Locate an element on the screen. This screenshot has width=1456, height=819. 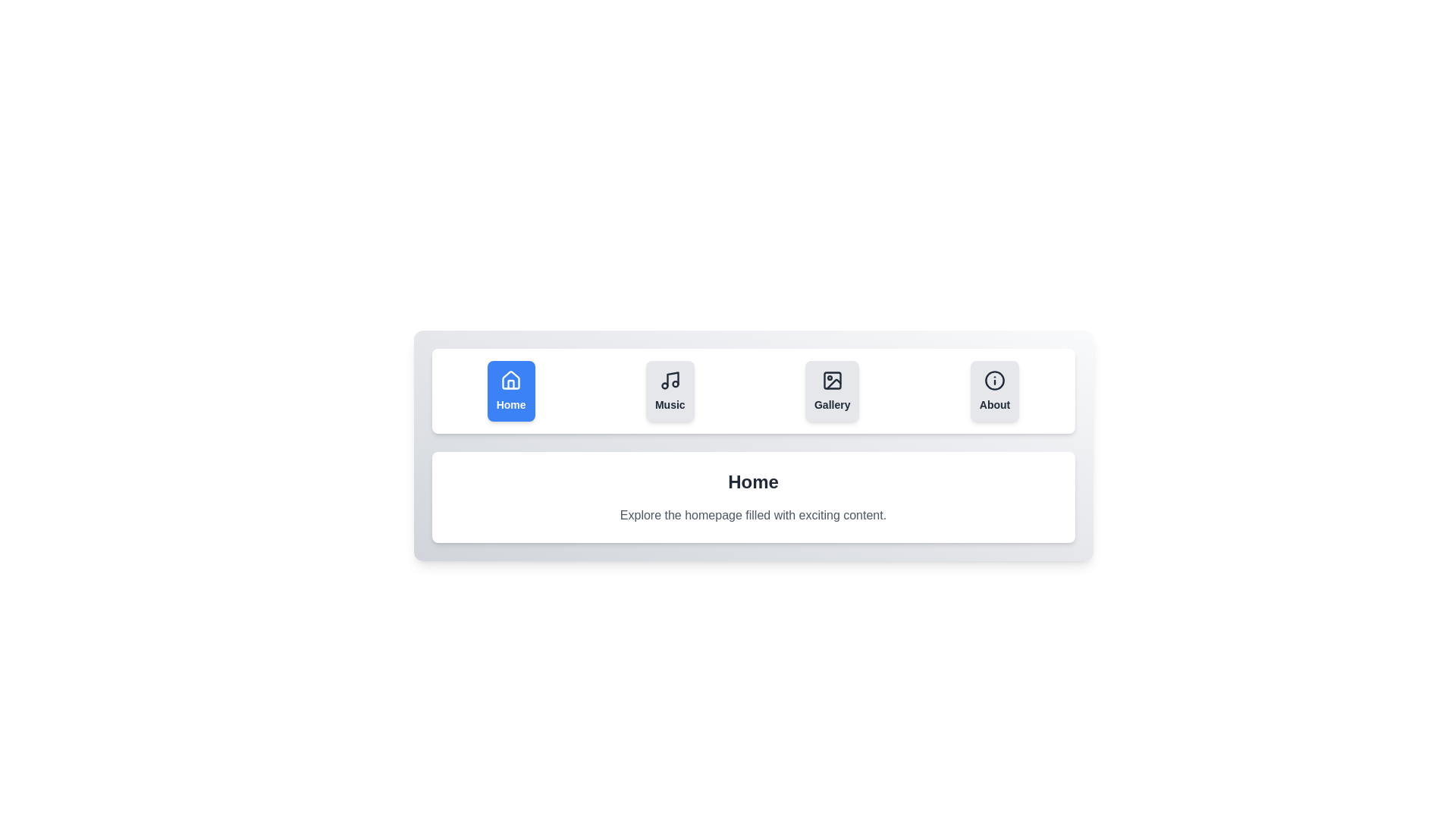
the tab button labeled About is located at coordinates (995, 391).